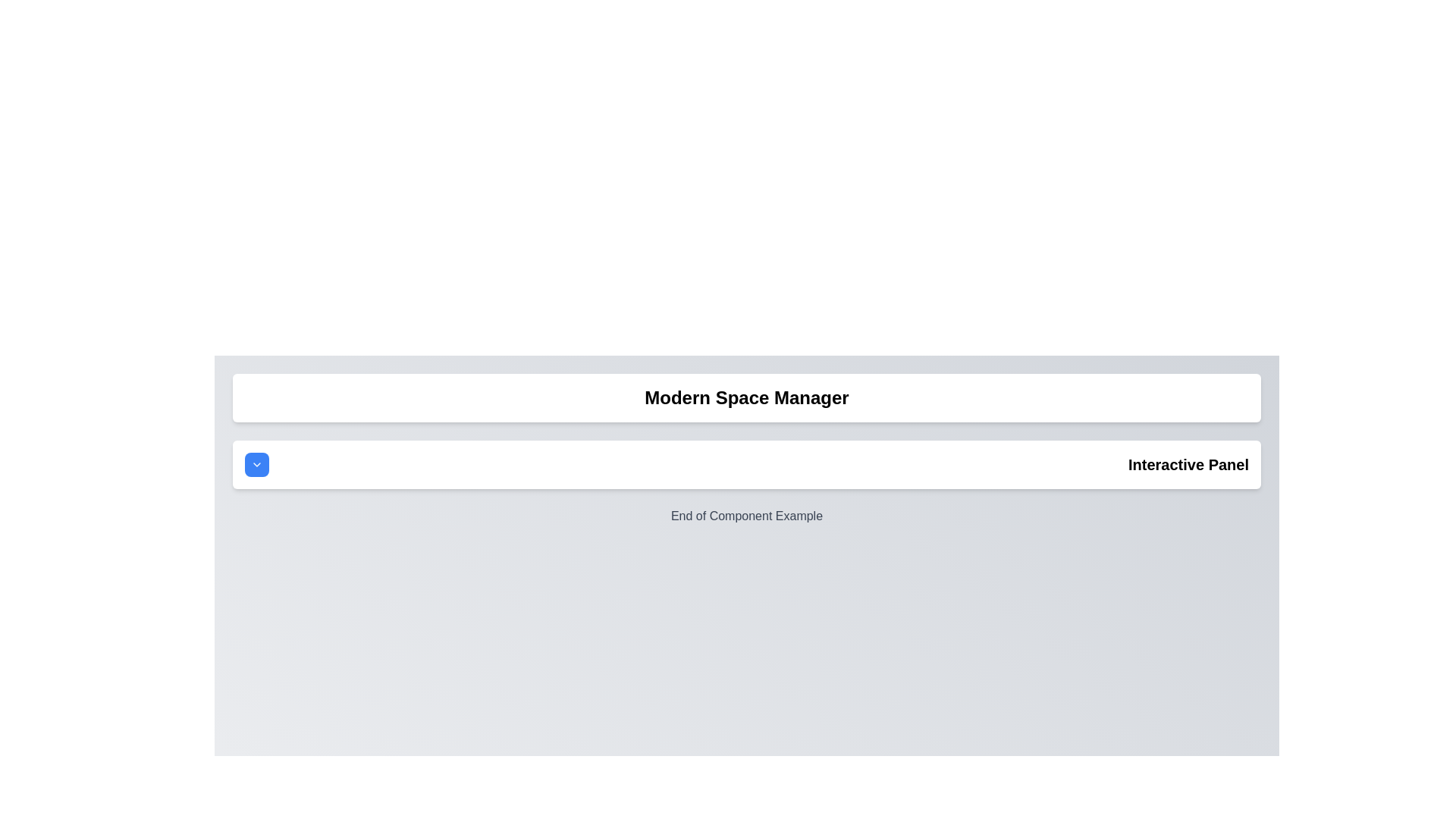 Image resolution: width=1456 pixels, height=819 pixels. What do you see at coordinates (257, 464) in the screenshot?
I see `the Chevron Down SVG icon located within the button on the right side of the 'Interactive Panel'` at bounding box center [257, 464].